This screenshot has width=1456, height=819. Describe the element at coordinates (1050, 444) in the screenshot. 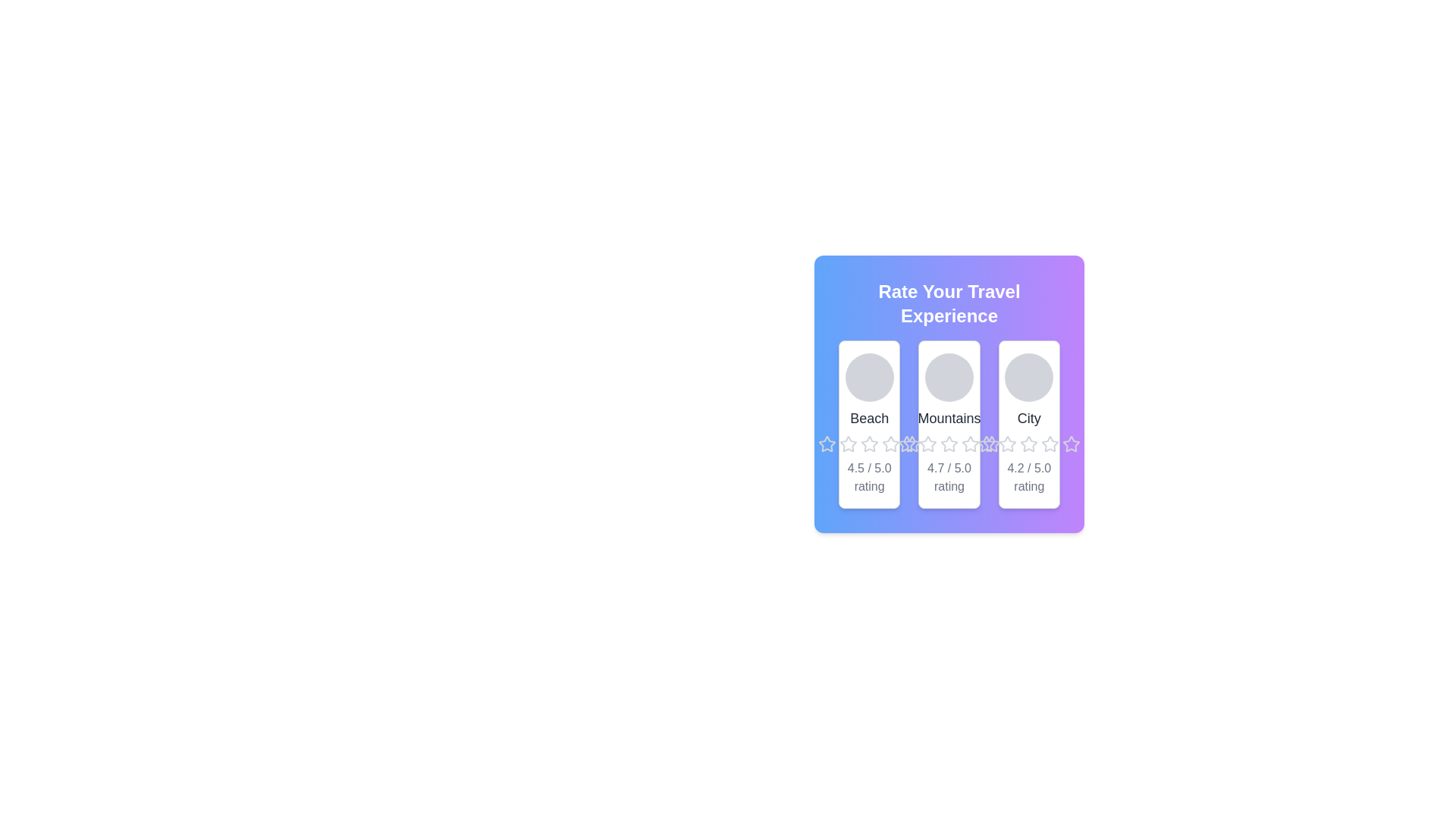

I see `the fifth star-shaped interactive rating icon in the 'City' section` at that location.